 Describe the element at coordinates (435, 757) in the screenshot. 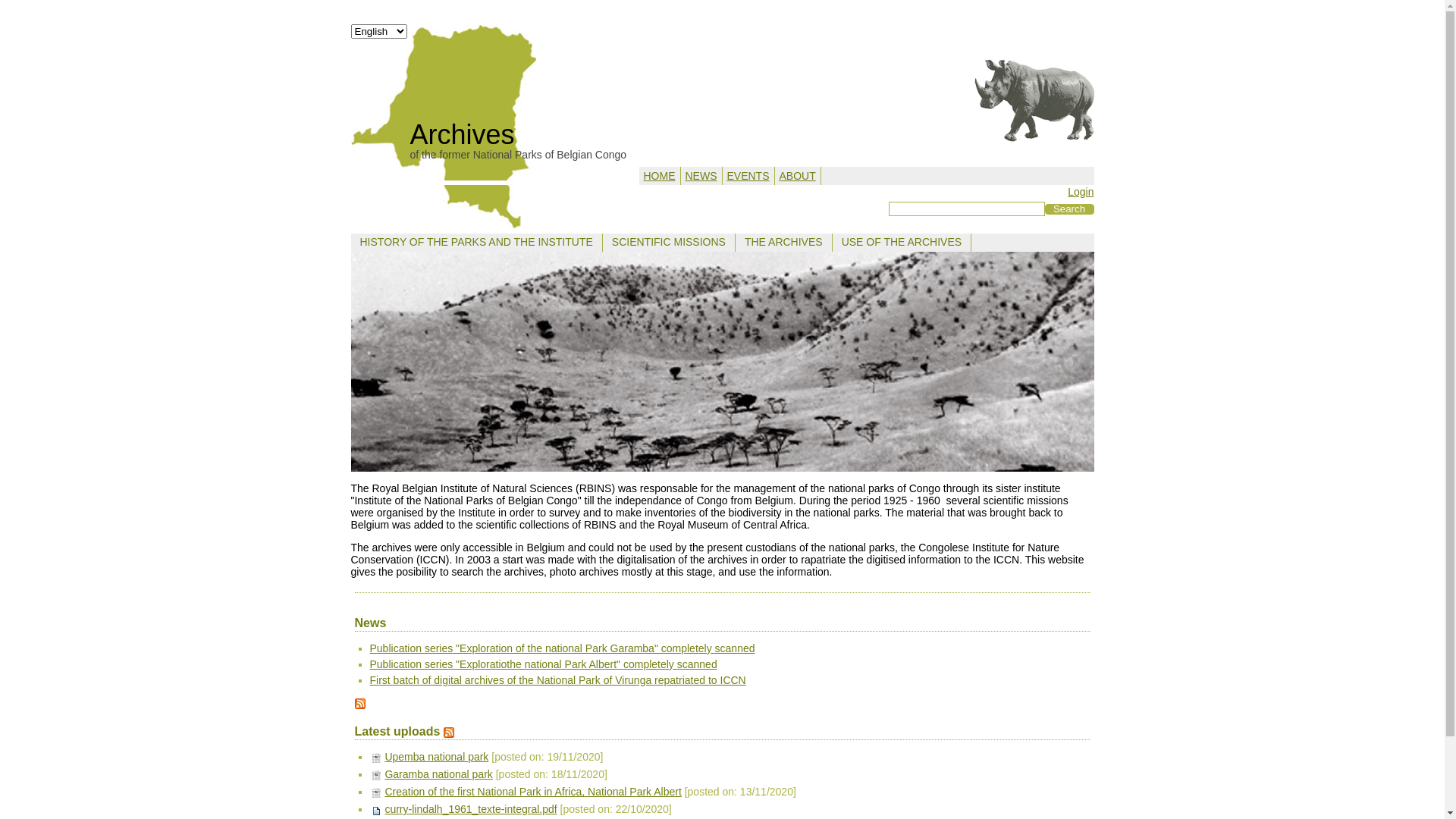

I see `'Upemba national park'` at that location.